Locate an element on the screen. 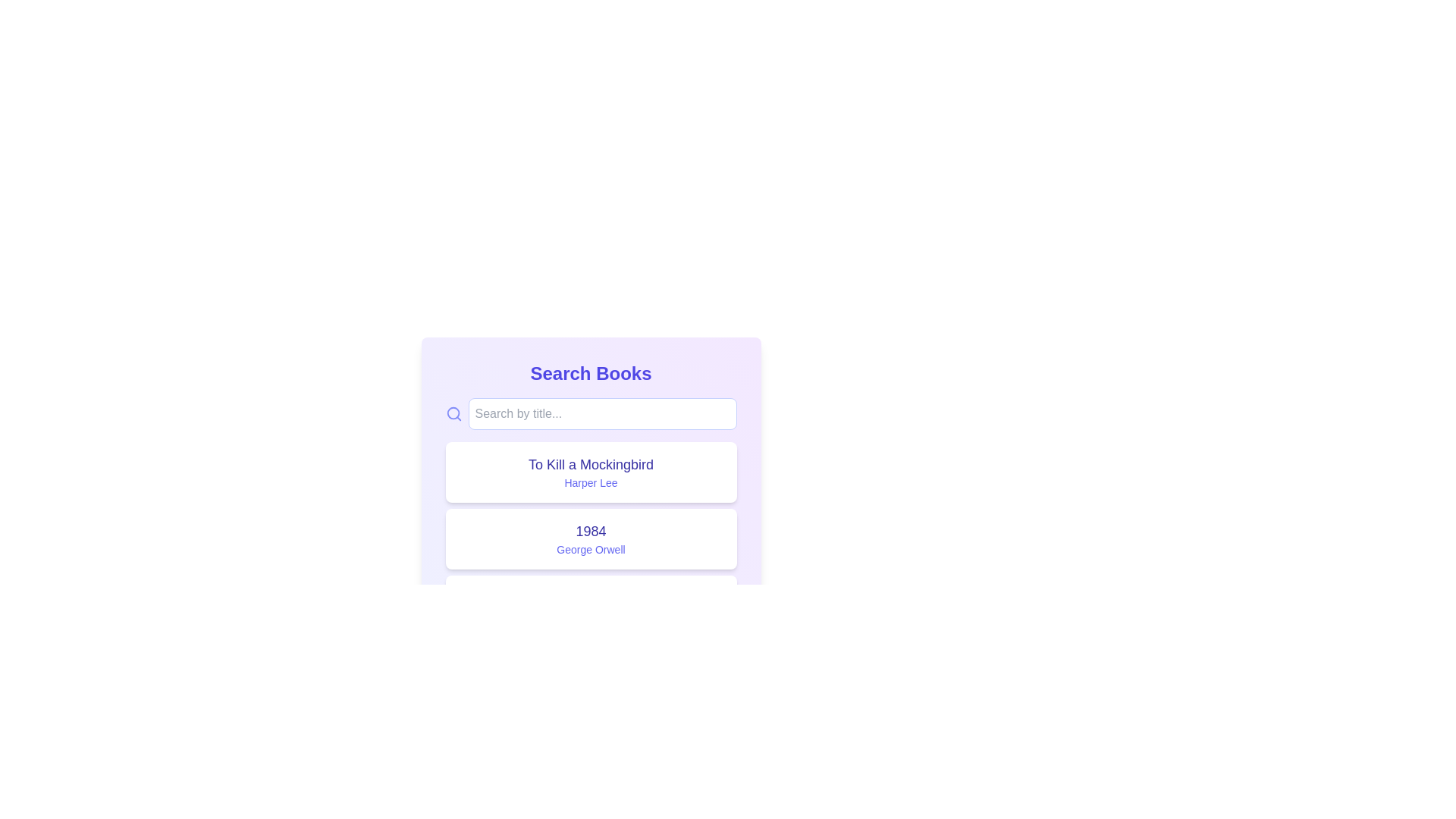 This screenshot has height=819, width=1456. book title displayed in the text label located at the top of the white, rounded card in the middle of the interface is located at coordinates (590, 531).